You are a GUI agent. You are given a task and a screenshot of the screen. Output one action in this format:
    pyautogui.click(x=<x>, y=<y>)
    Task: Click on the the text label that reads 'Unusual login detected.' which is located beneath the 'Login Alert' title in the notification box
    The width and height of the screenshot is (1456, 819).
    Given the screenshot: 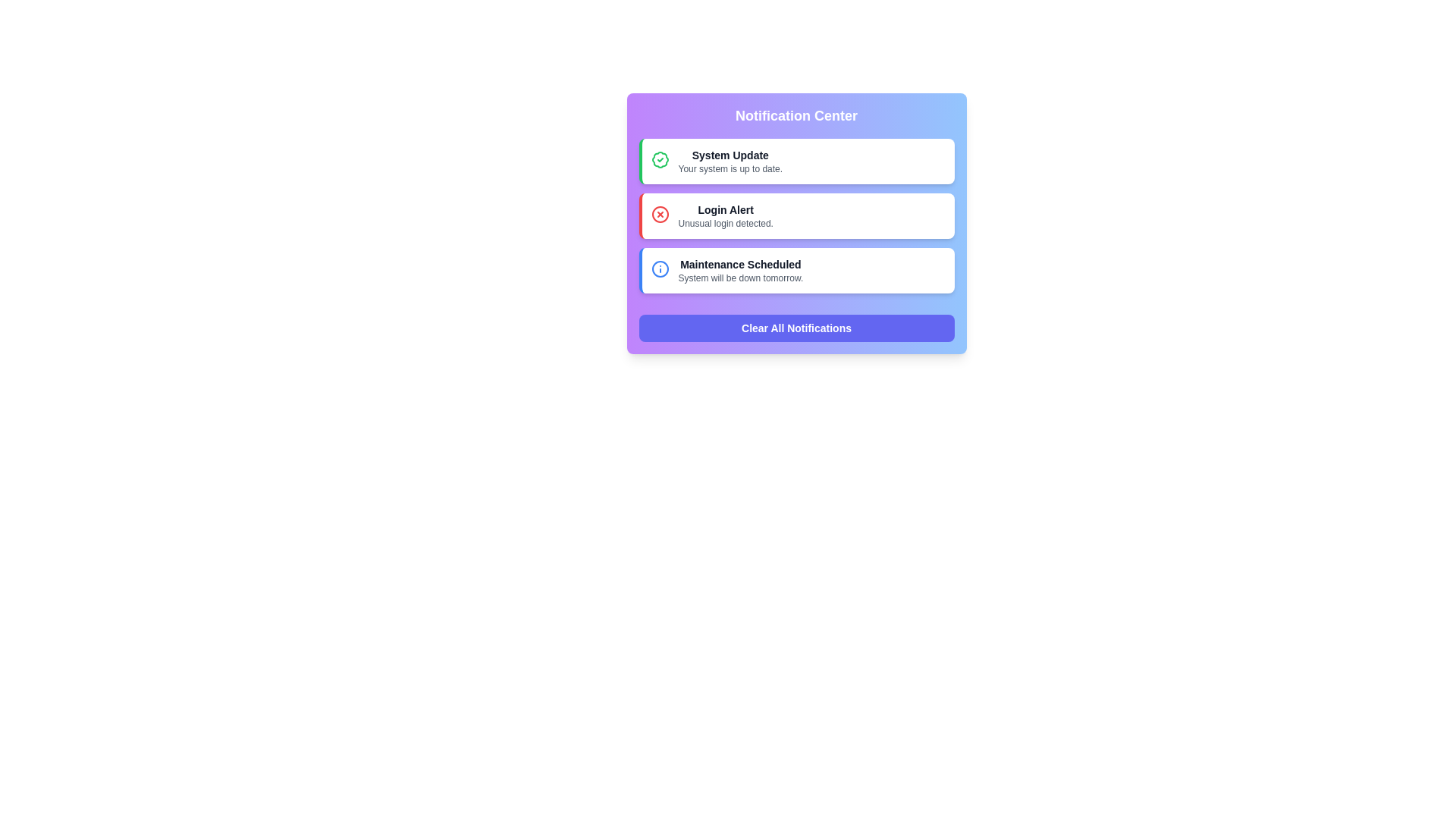 What is the action you would take?
    pyautogui.click(x=725, y=223)
    